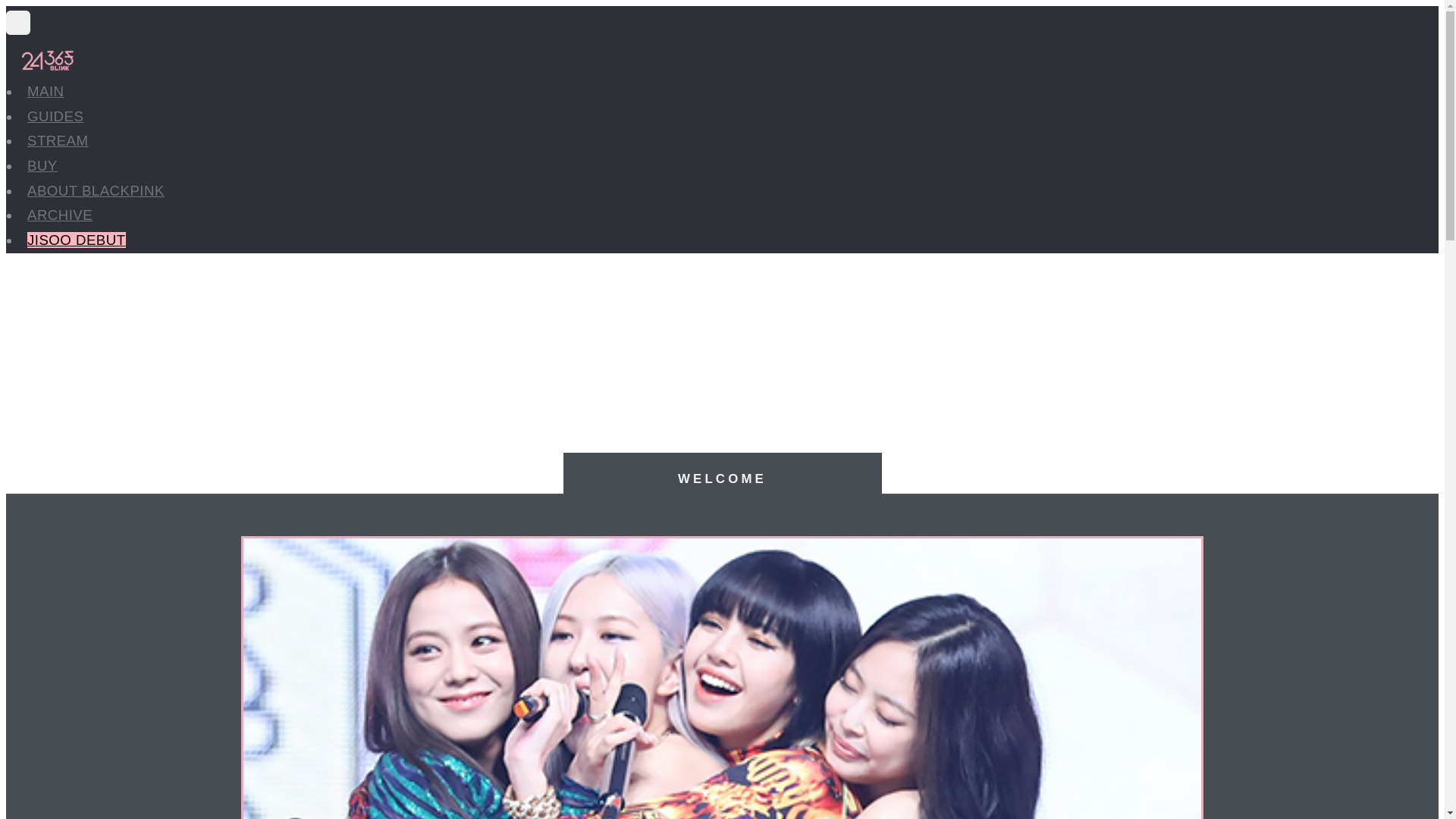 Image resolution: width=1456 pixels, height=819 pixels. I want to click on 'STREAM', so click(58, 140).